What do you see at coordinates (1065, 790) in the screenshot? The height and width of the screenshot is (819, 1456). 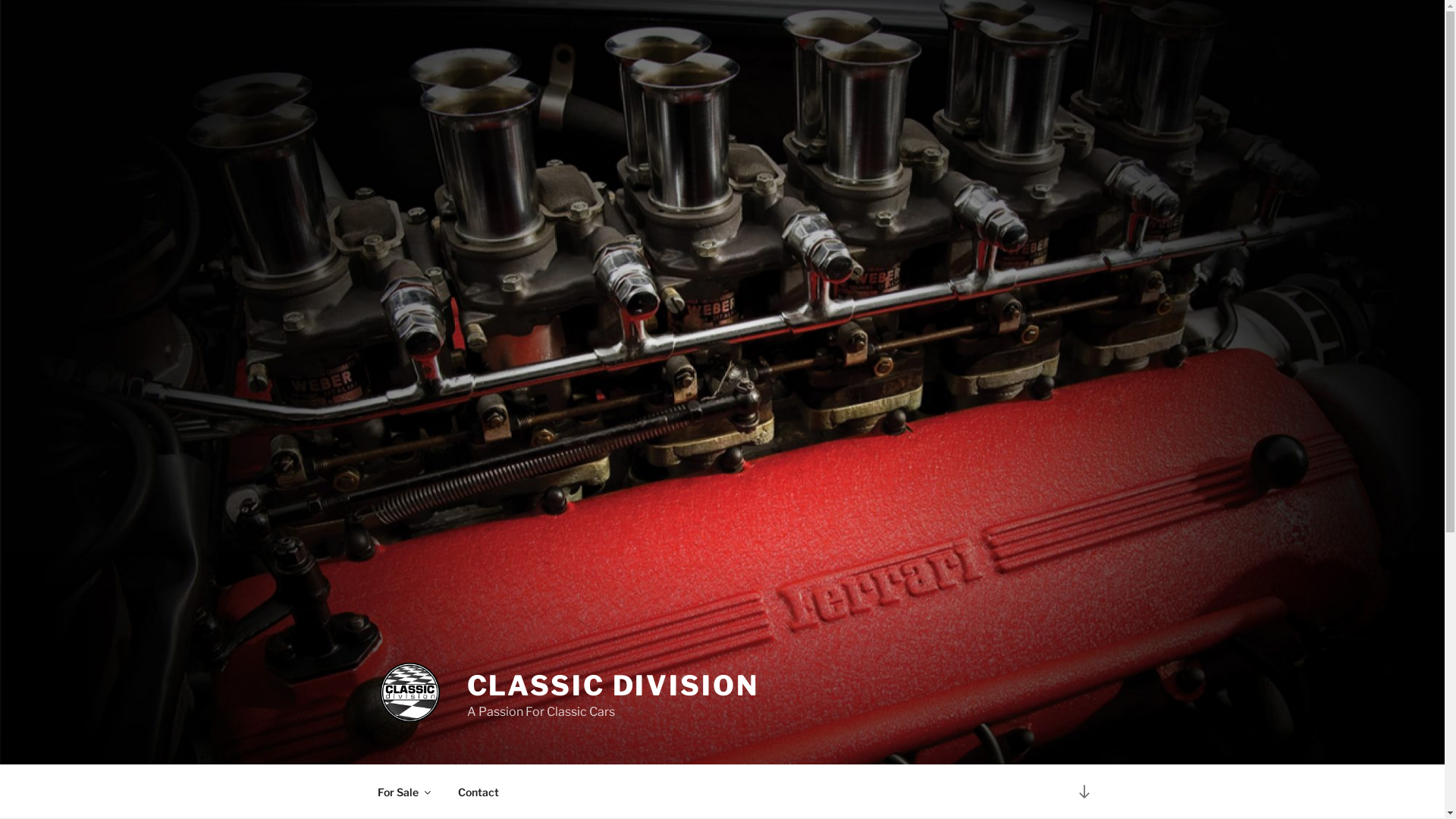 I see `'Scroll down to content'` at bounding box center [1065, 790].